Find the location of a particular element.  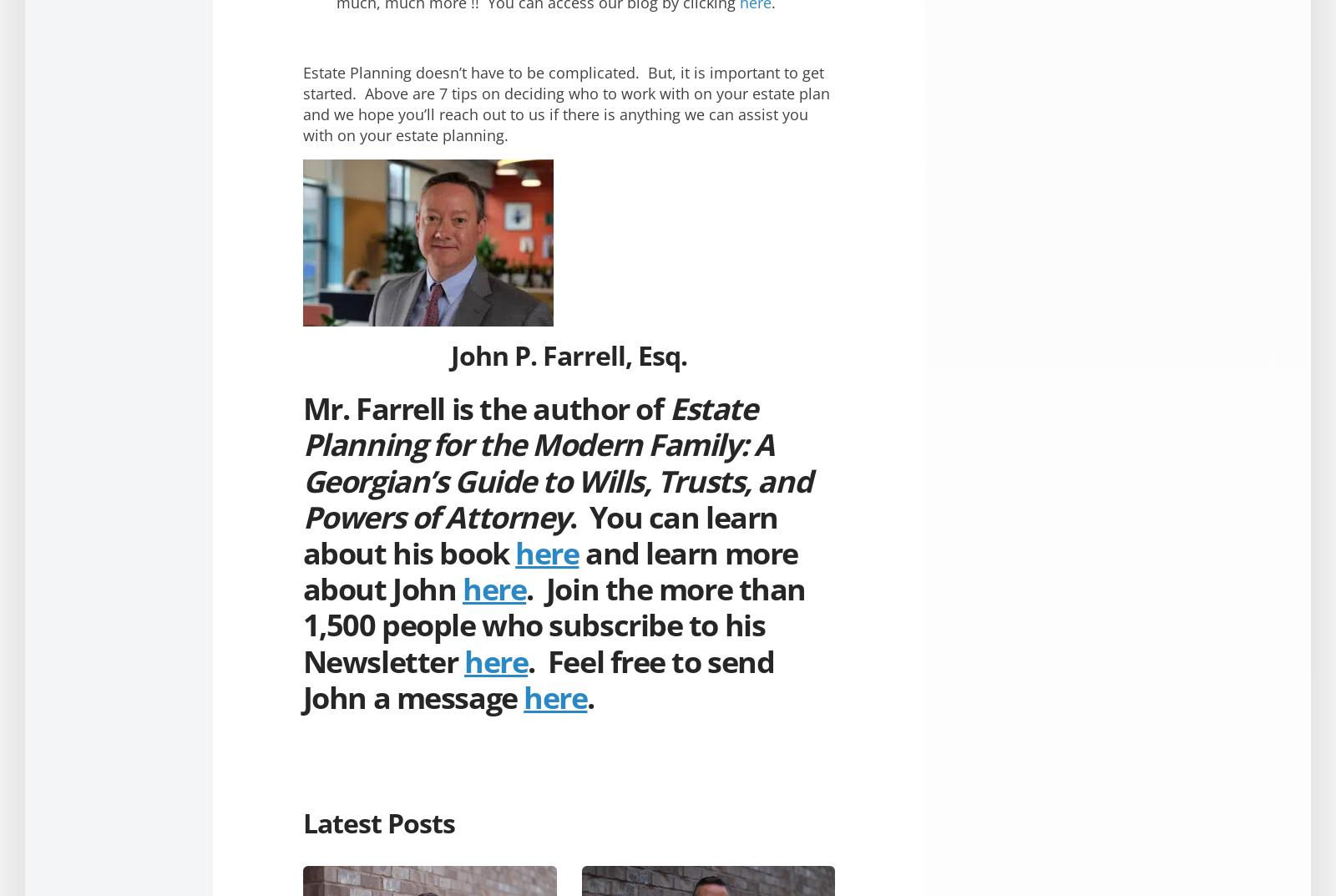

'Estate Planning for the Modern Family: A Georgian’s Guide to Wills, Trusts, and Powers of Attorney' is located at coordinates (557, 462).